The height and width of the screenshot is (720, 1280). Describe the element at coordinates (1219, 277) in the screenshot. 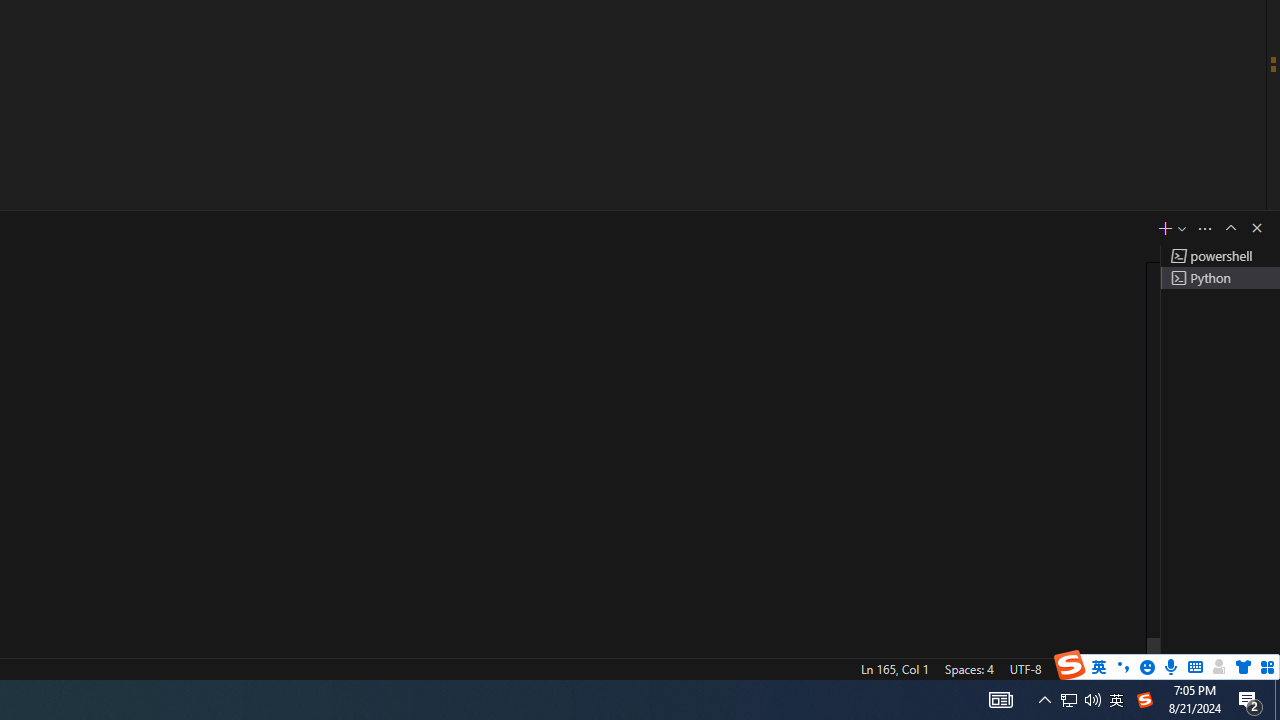

I see `'Terminal 3 Python'` at that location.